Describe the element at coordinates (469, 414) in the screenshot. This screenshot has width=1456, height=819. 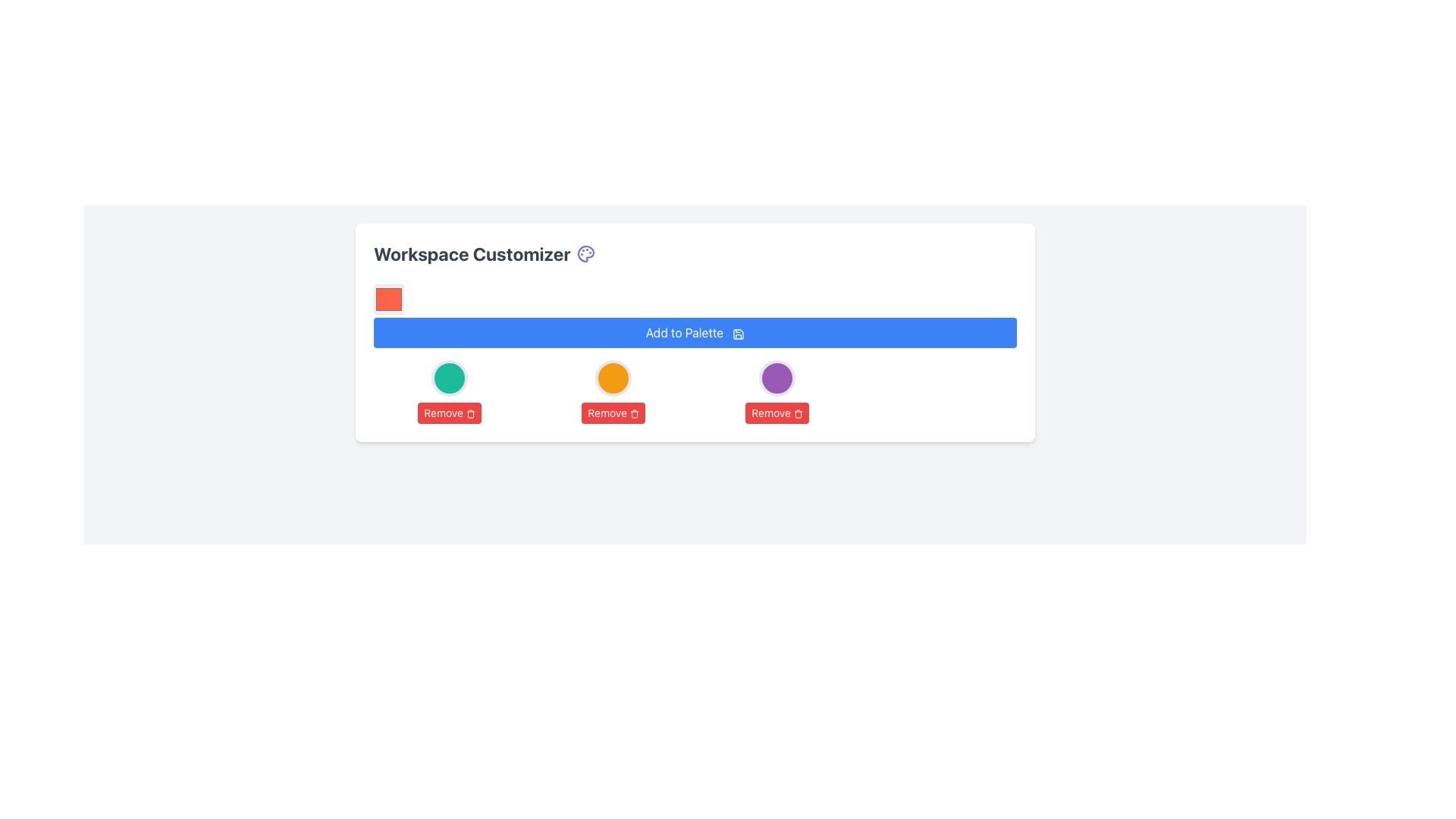
I see `the trash can SVG icon located within the red 'Remove' button, positioned to the left within a group of three buttons` at that location.